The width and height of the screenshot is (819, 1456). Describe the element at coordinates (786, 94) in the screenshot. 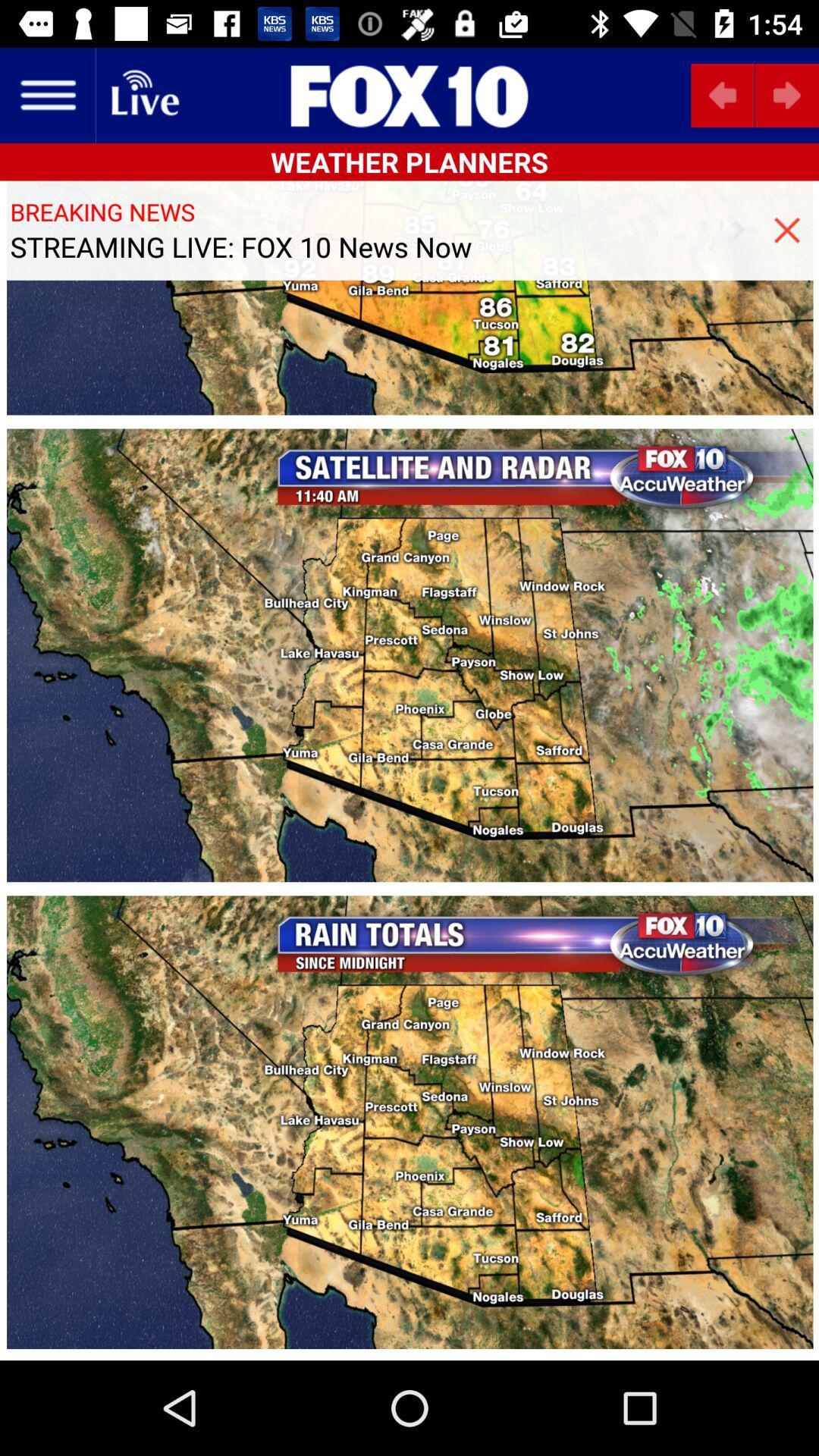

I see `the arrow_forward icon` at that location.